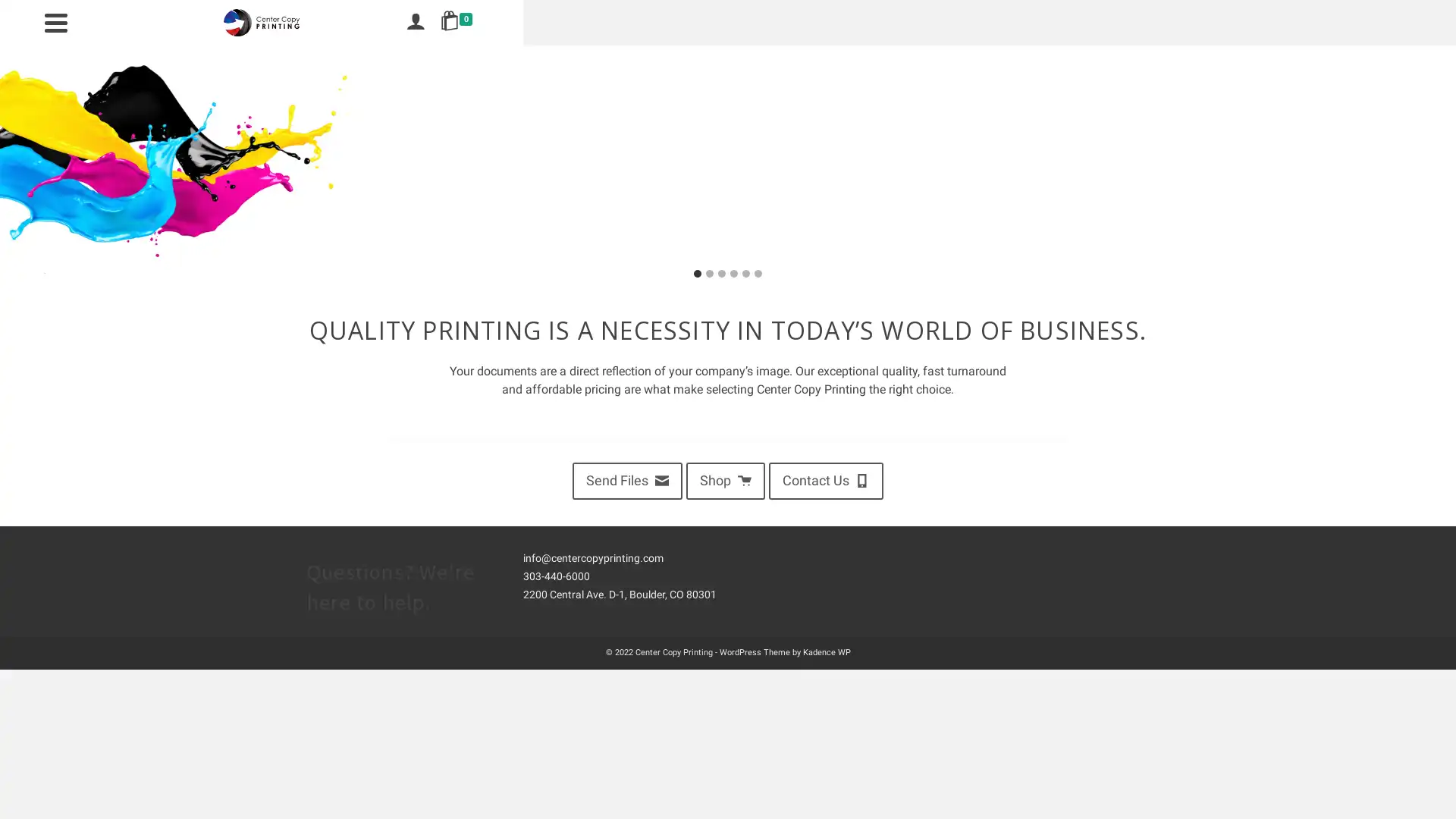 This screenshot has height=819, width=1456. Describe the element at coordinates (745, 371) in the screenshot. I see `Go to slide 5` at that location.